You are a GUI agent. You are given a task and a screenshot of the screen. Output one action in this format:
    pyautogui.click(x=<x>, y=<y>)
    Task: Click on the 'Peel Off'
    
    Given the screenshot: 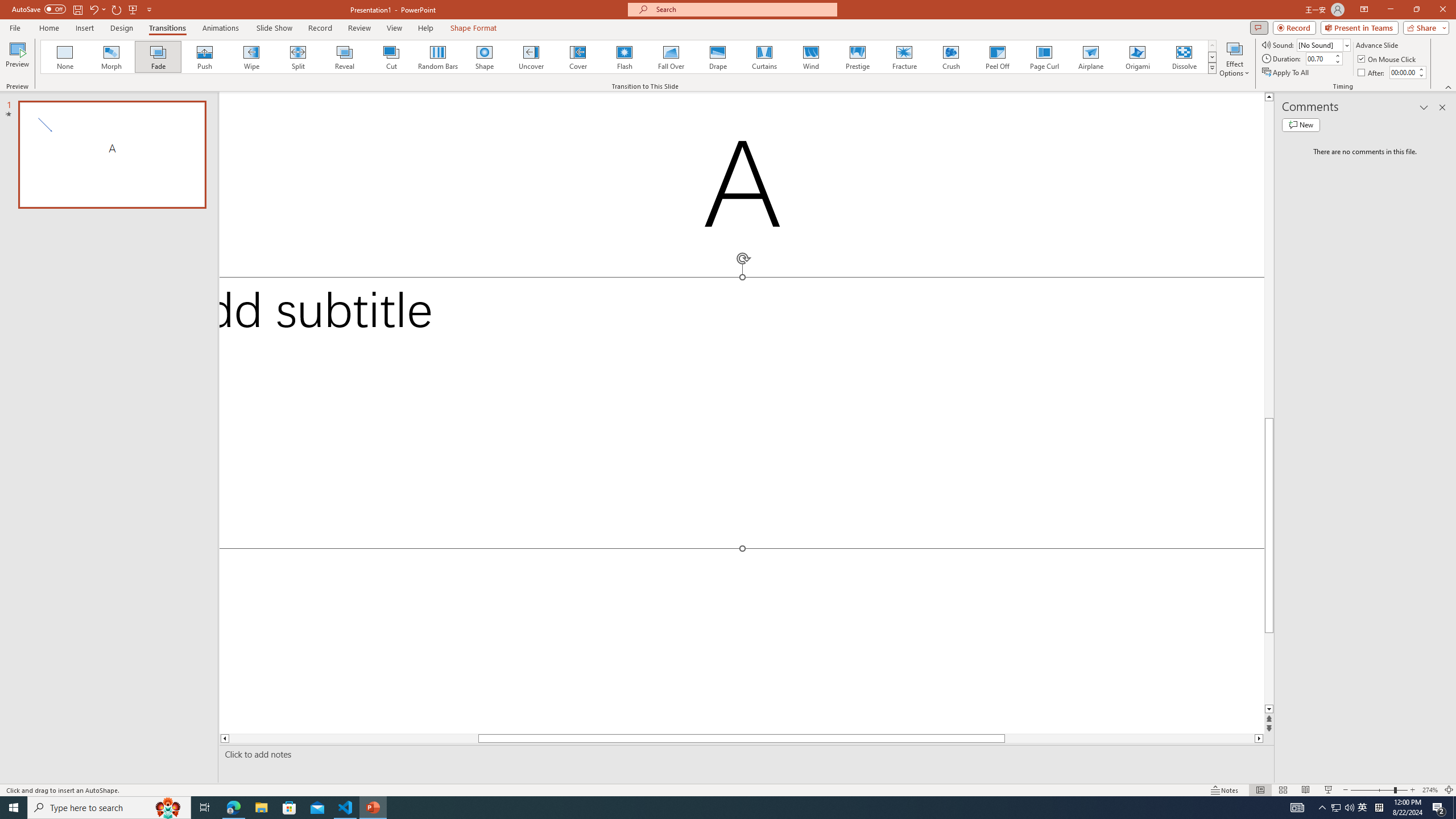 What is the action you would take?
    pyautogui.click(x=996, y=56)
    